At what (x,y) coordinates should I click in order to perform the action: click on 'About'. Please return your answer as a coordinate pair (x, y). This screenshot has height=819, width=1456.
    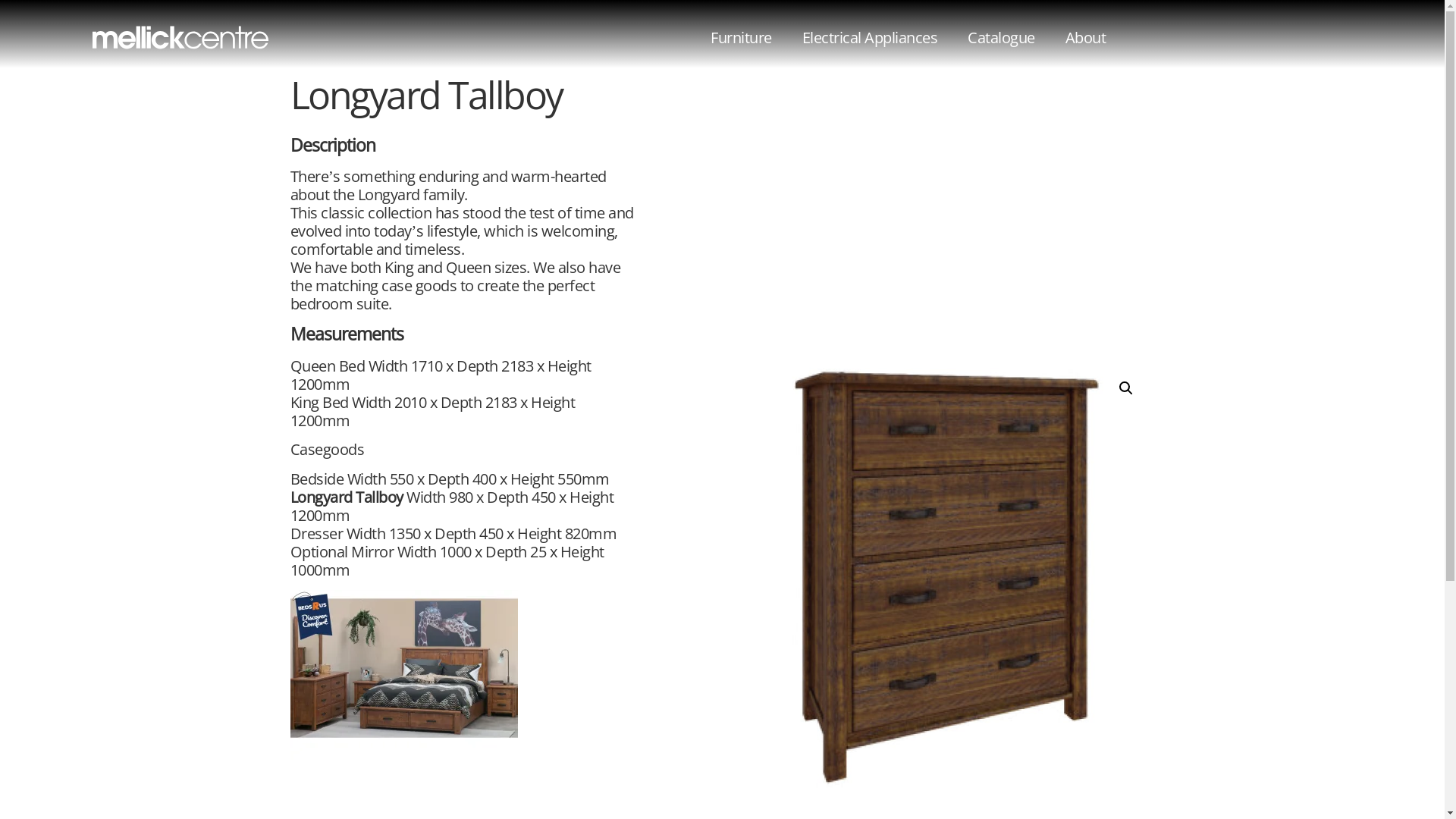
    Looking at the image, I should click on (1050, 37).